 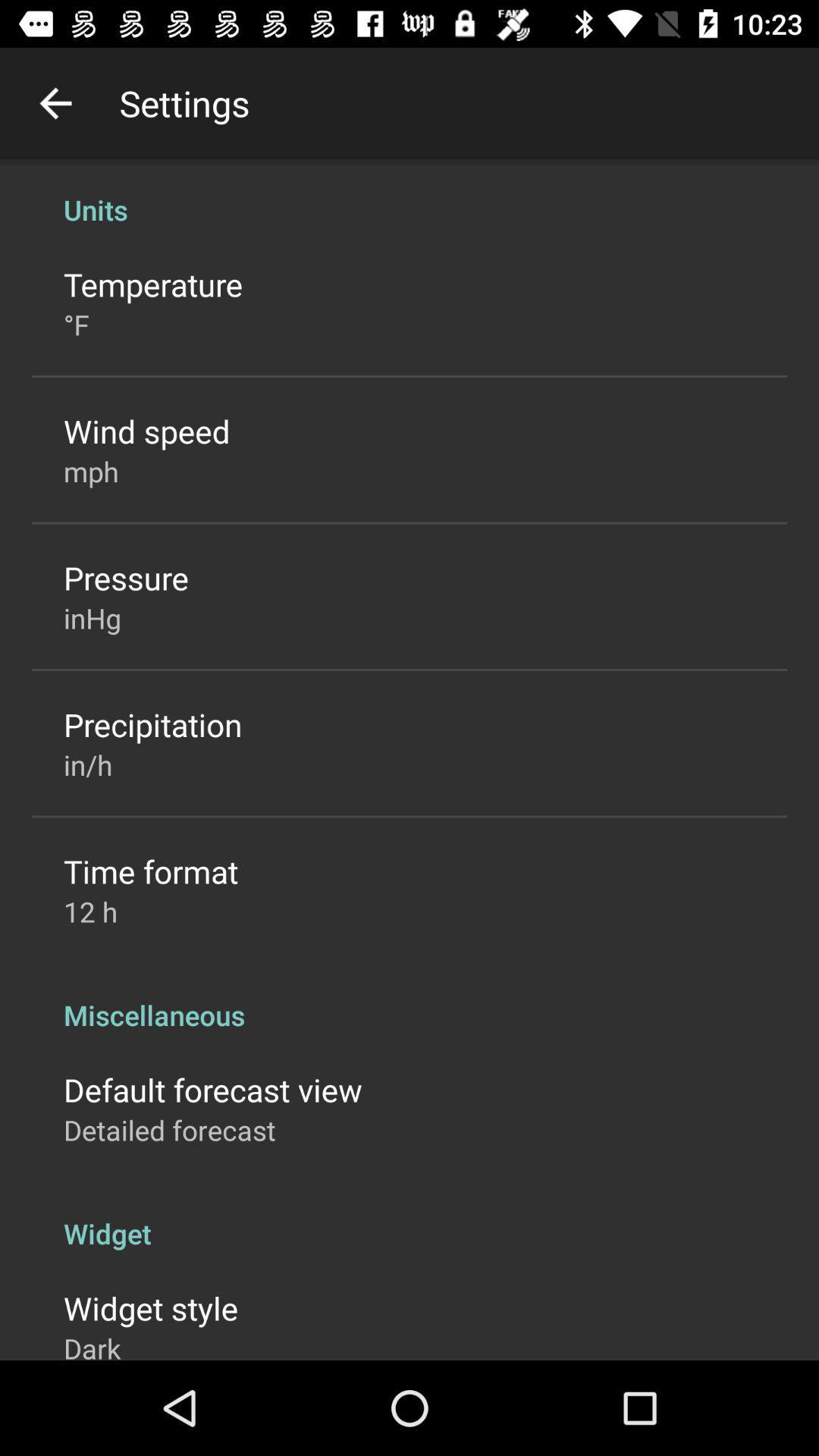 I want to click on icon above the units, so click(x=55, y=102).